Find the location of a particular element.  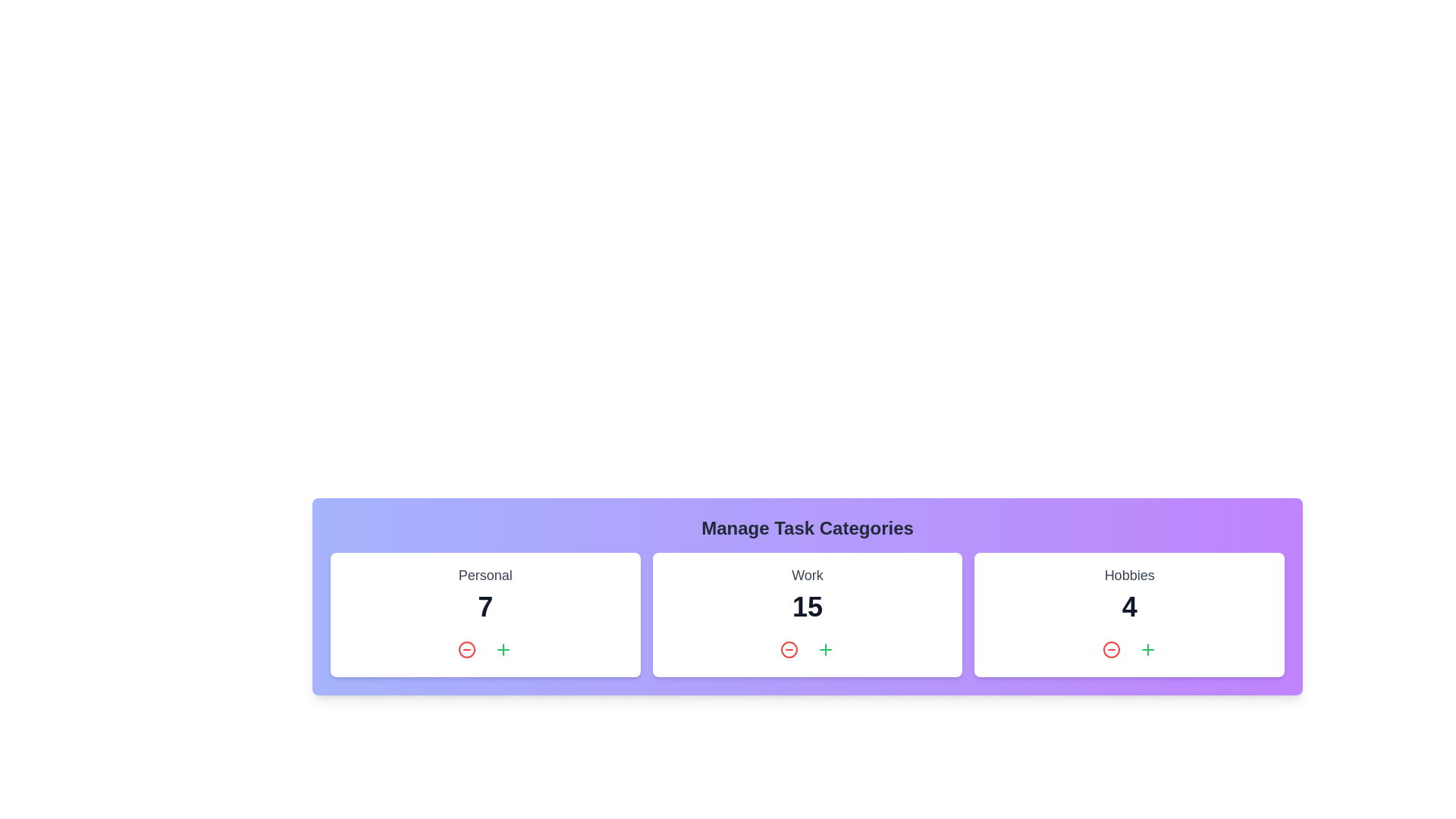

'Plus' button in the 'Personal' category to increase its task count is located at coordinates (504, 648).